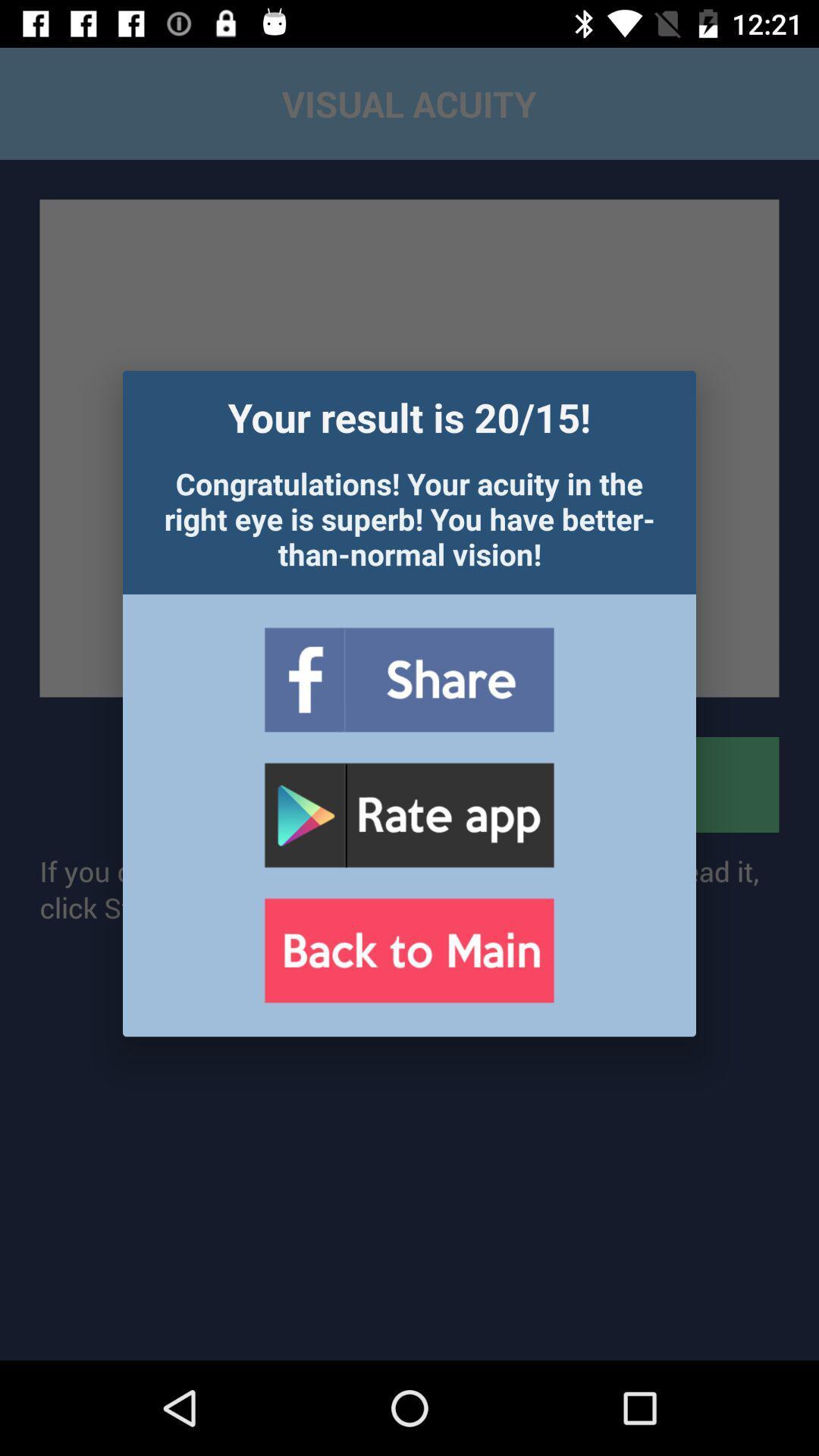  What do you see at coordinates (408, 949) in the screenshot?
I see `return to home page` at bounding box center [408, 949].